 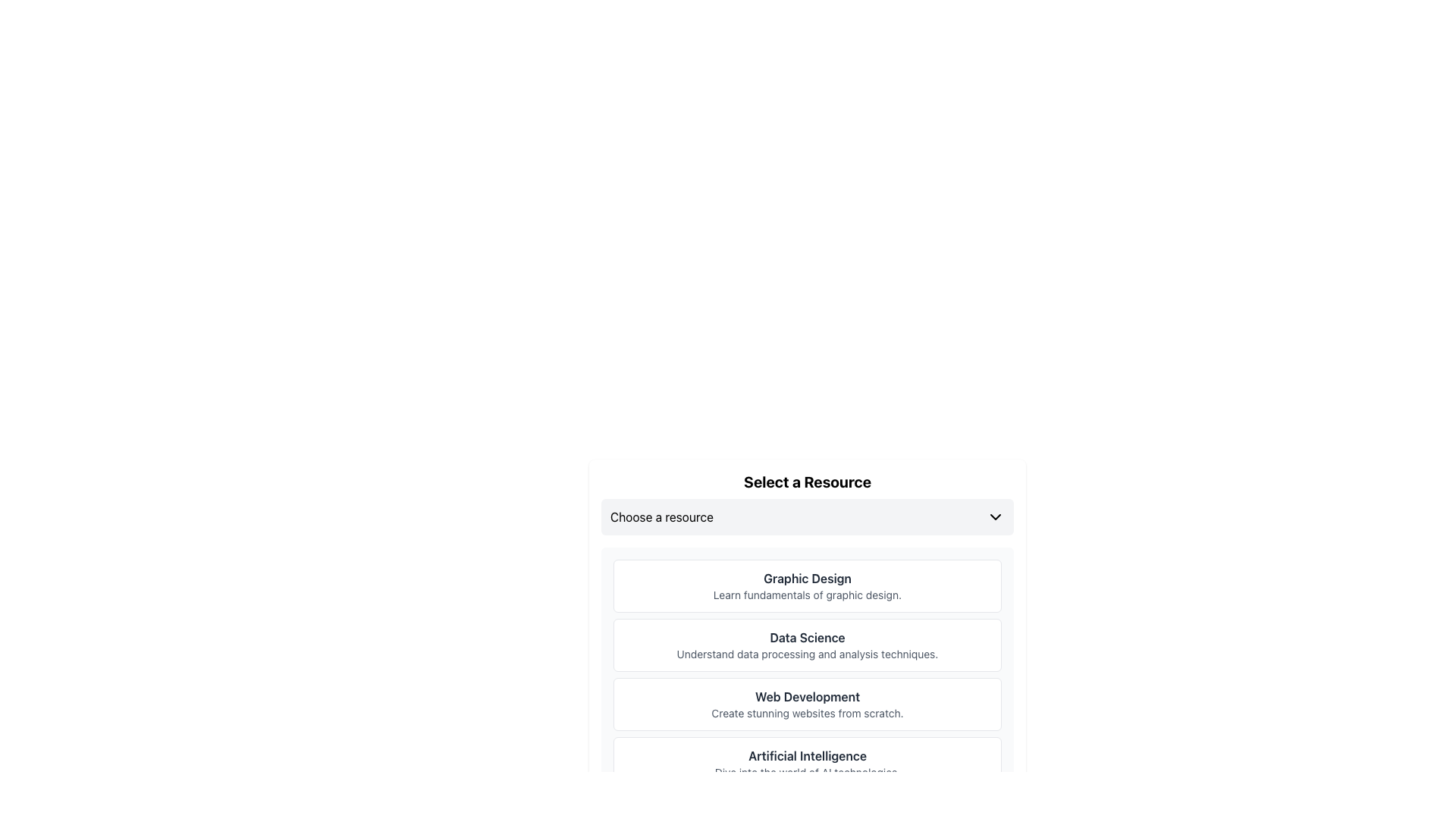 I want to click on the title text of the fourth selectable option in the list, which provides a preview of the associated topic or resource, so click(x=807, y=755).